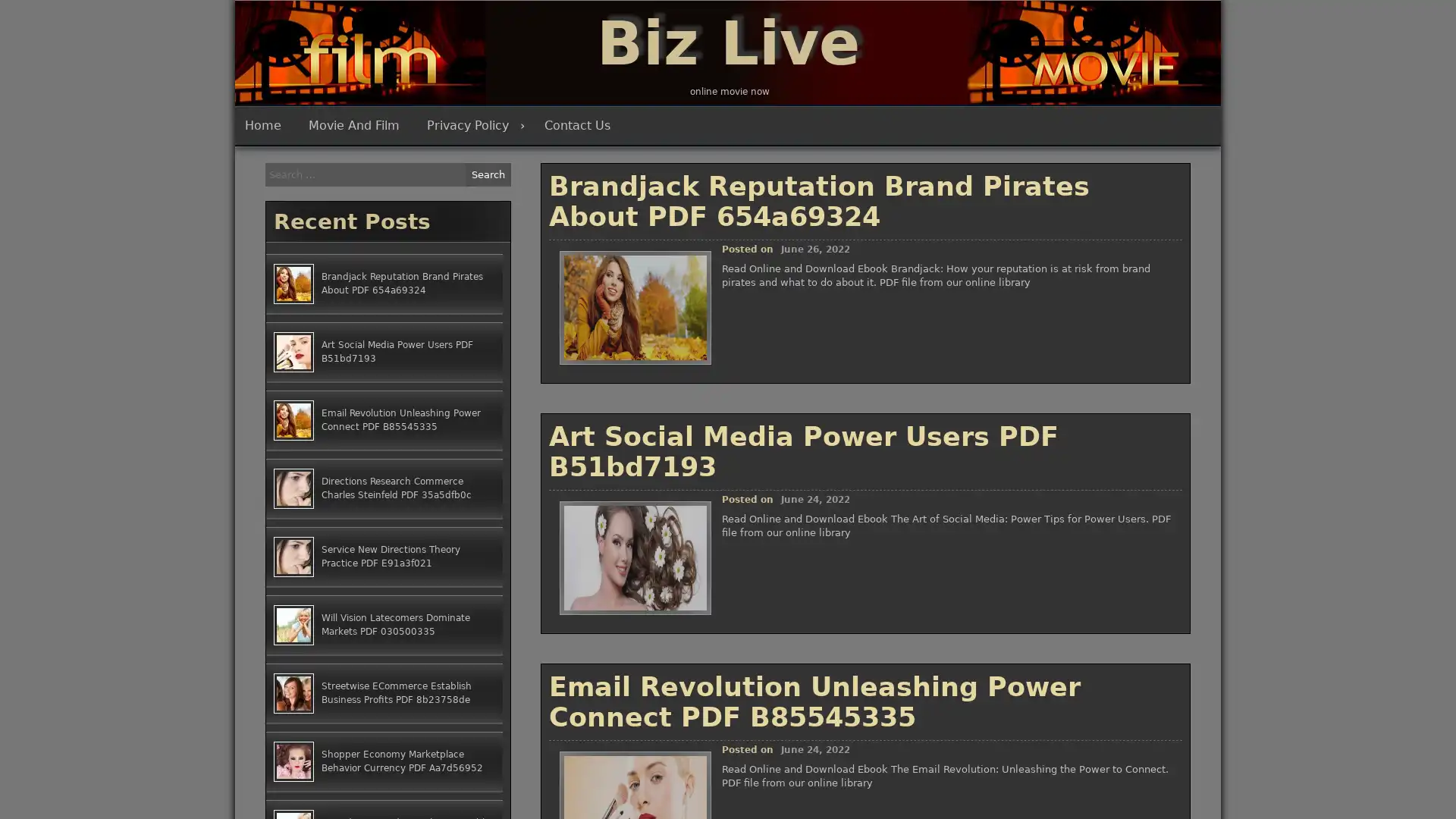 The height and width of the screenshot is (819, 1456). Describe the element at coordinates (488, 174) in the screenshot. I see `Search` at that location.